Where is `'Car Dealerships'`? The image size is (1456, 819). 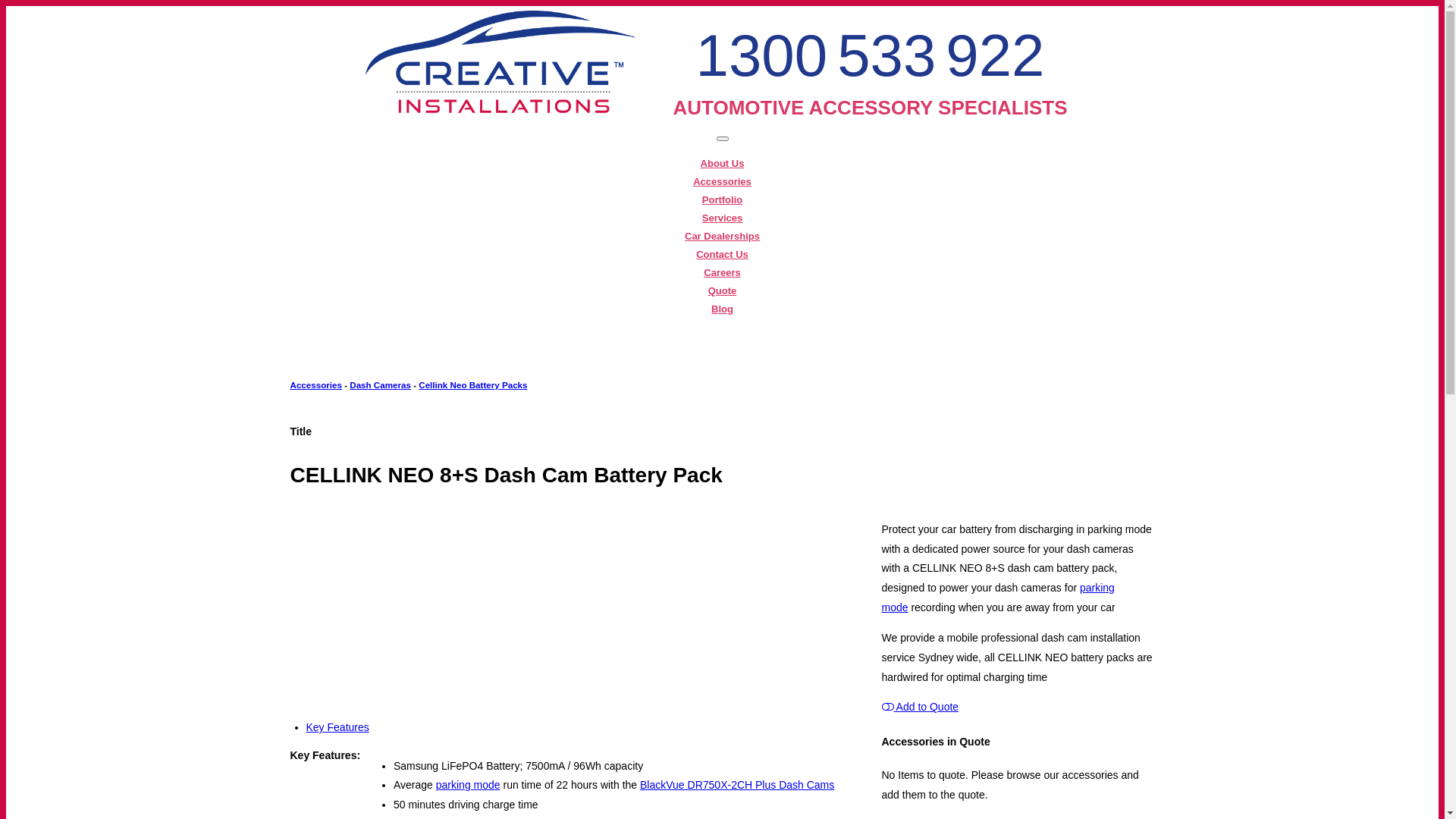 'Car Dealerships' is located at coordinates (721, 236).